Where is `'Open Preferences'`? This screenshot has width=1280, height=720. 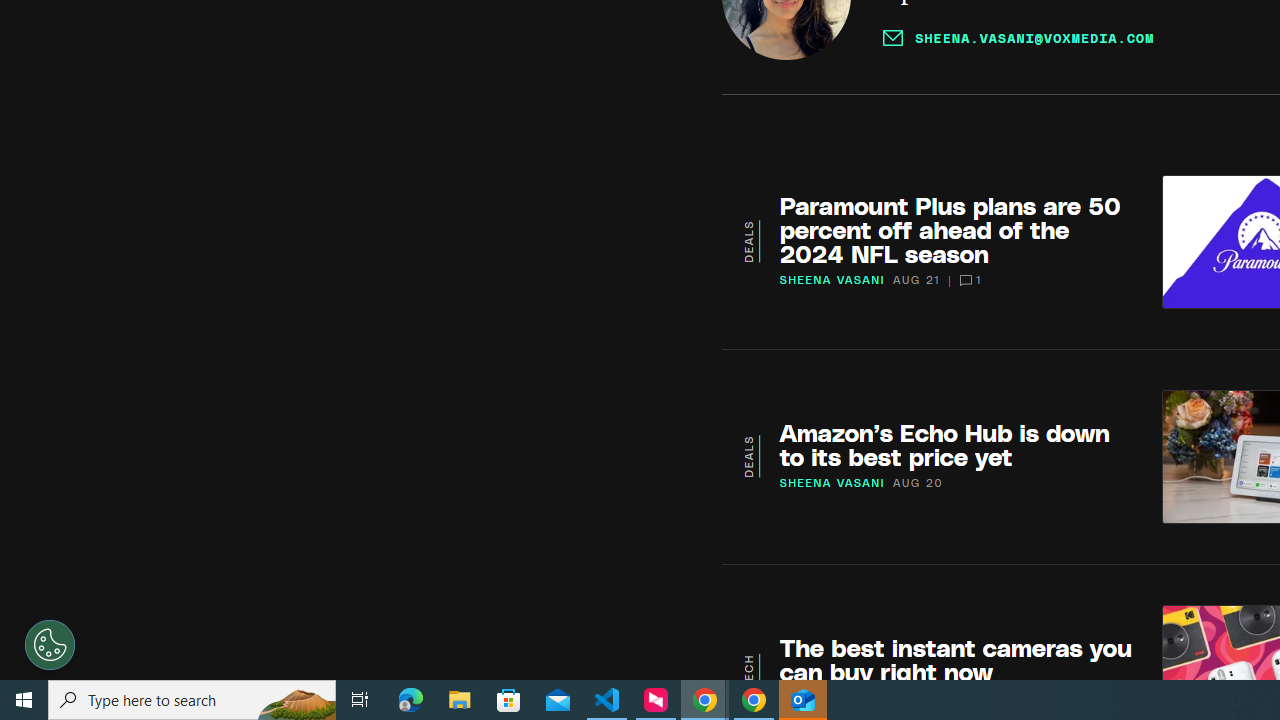
'Open Preferences' is located at coordinates (50, 645).